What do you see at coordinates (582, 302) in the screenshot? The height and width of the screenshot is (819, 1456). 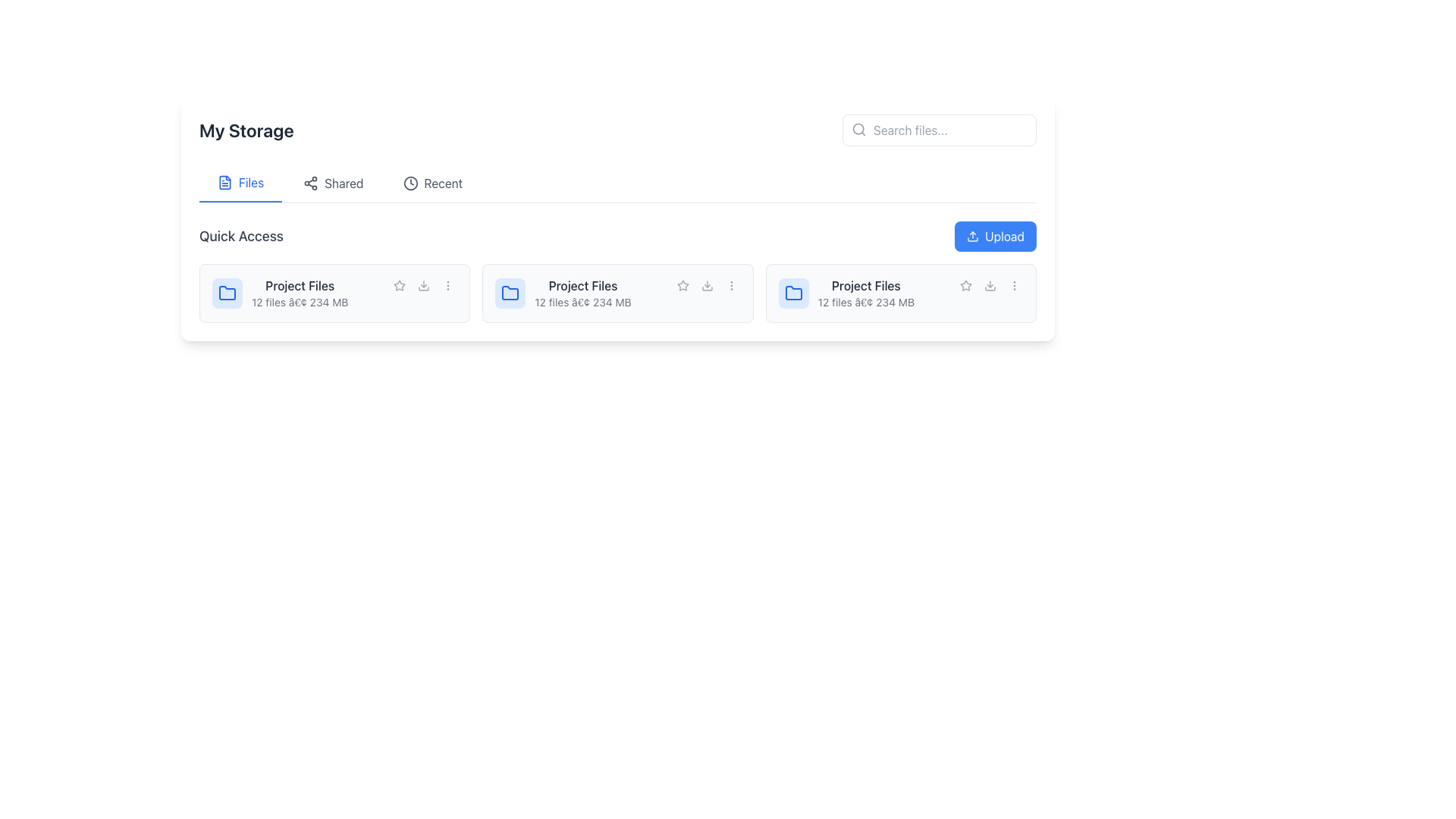 I see `the label displaying '12 files â€¢ 234 MB' located beneath the 'Project Files' title in the 'Quick Access' section of 'My Storage'` at bounding box center [582, 302].